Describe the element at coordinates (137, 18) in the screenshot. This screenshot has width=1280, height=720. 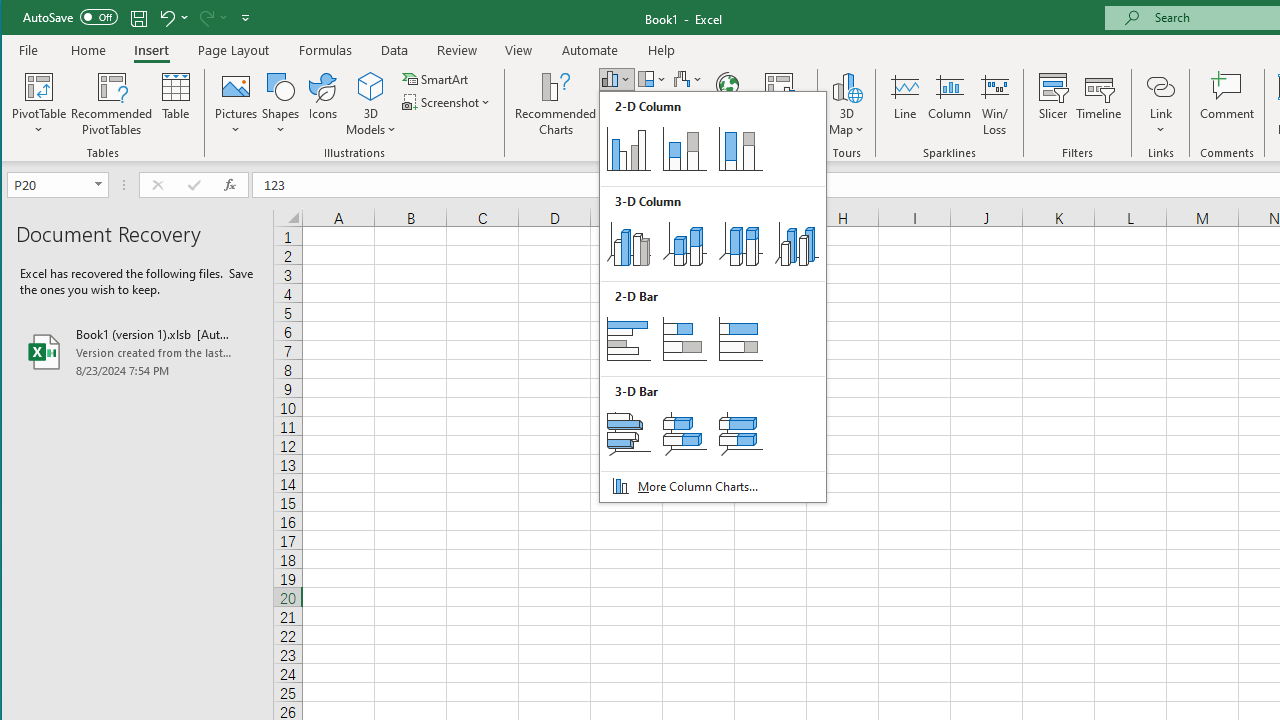
I see `'Quick Access Toolbar'` at that location.